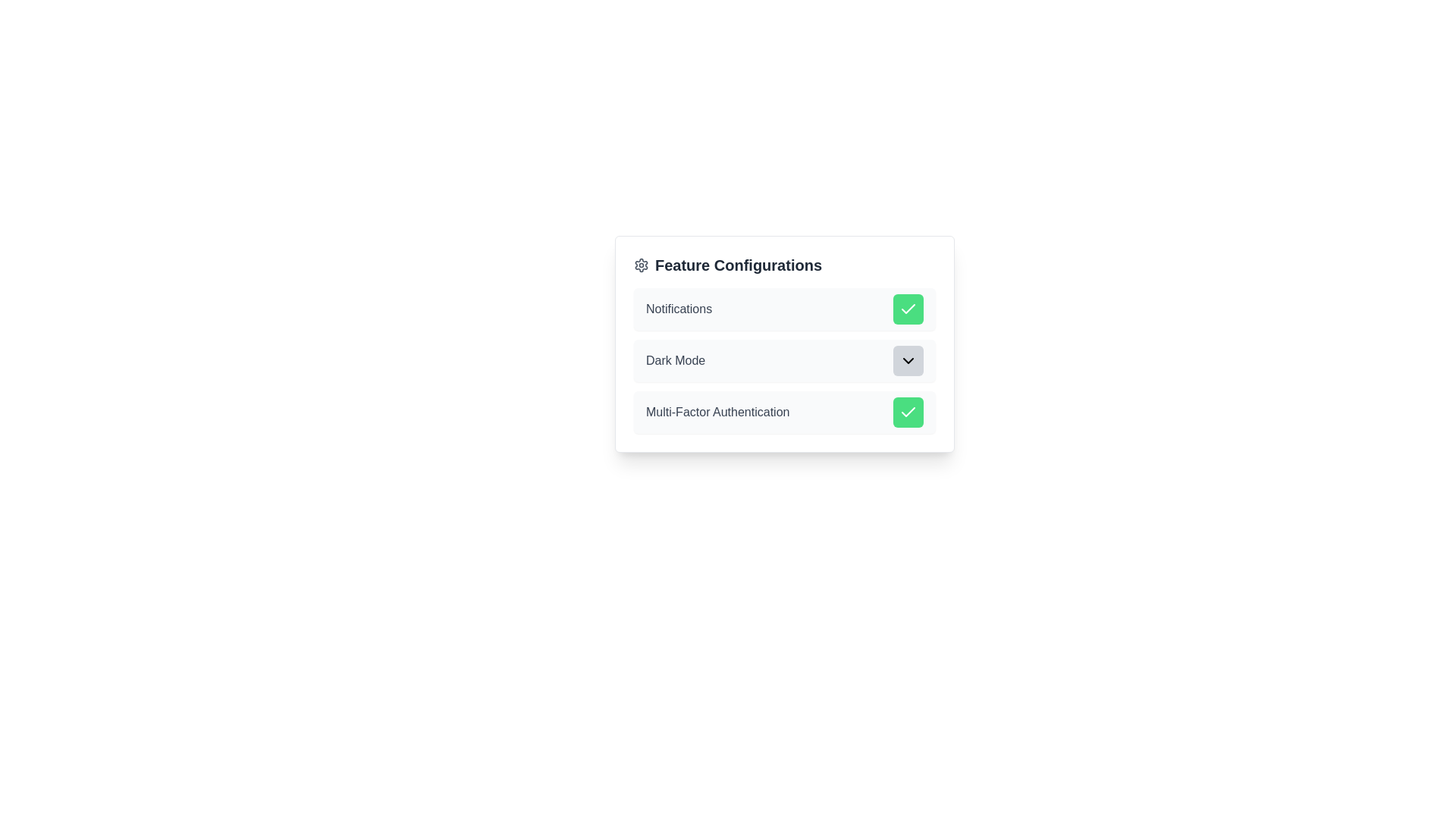  I want to click on the dropdown toggle of the 'Dark Mode' setting, which is the second item in the settings options list, so click(785, 360).